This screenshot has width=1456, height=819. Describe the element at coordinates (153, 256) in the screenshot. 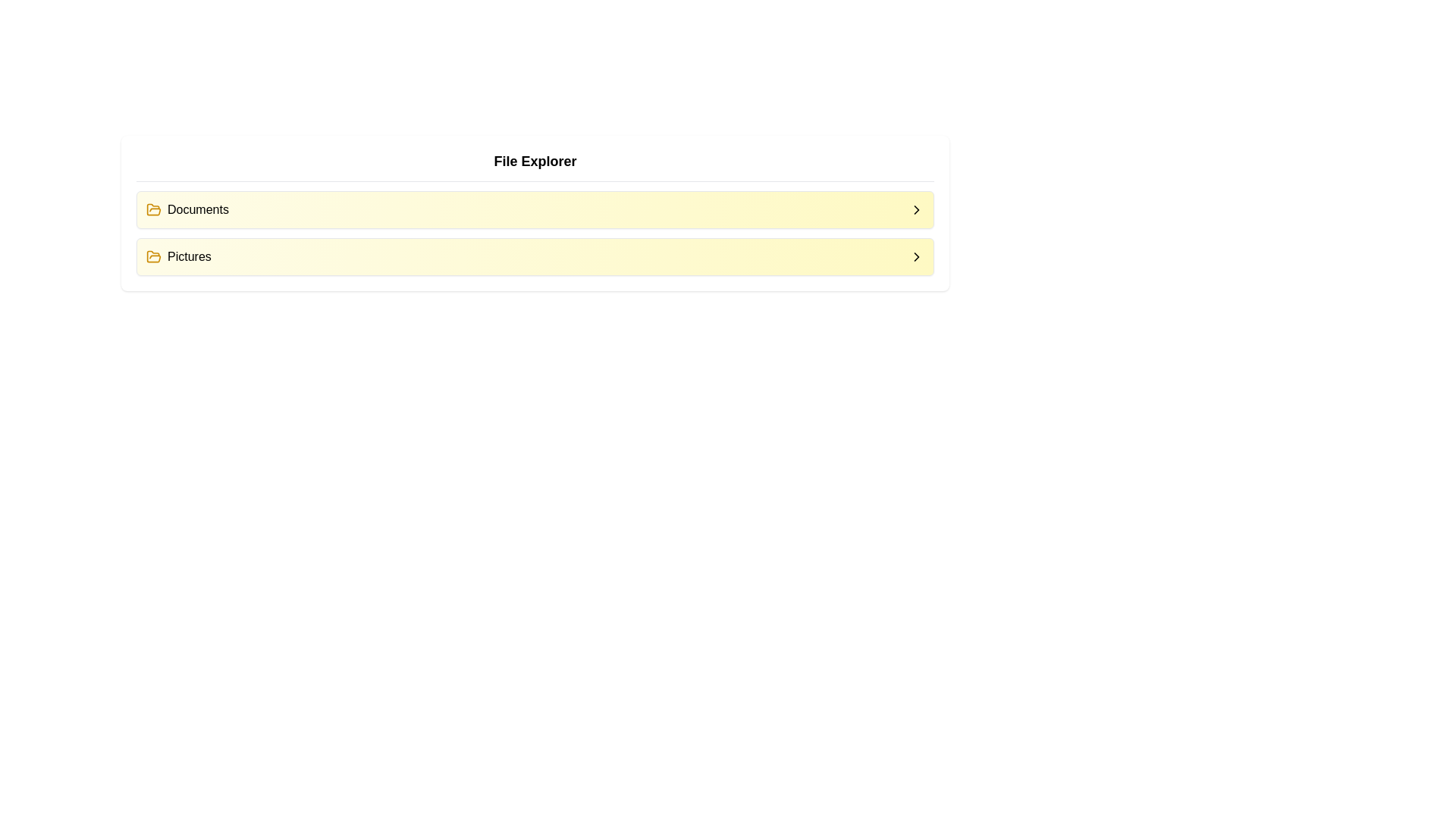

I see `the yellow open folder icon located to the left of the 'Documents' text in the file explorer interface for informational purposes` at that location.